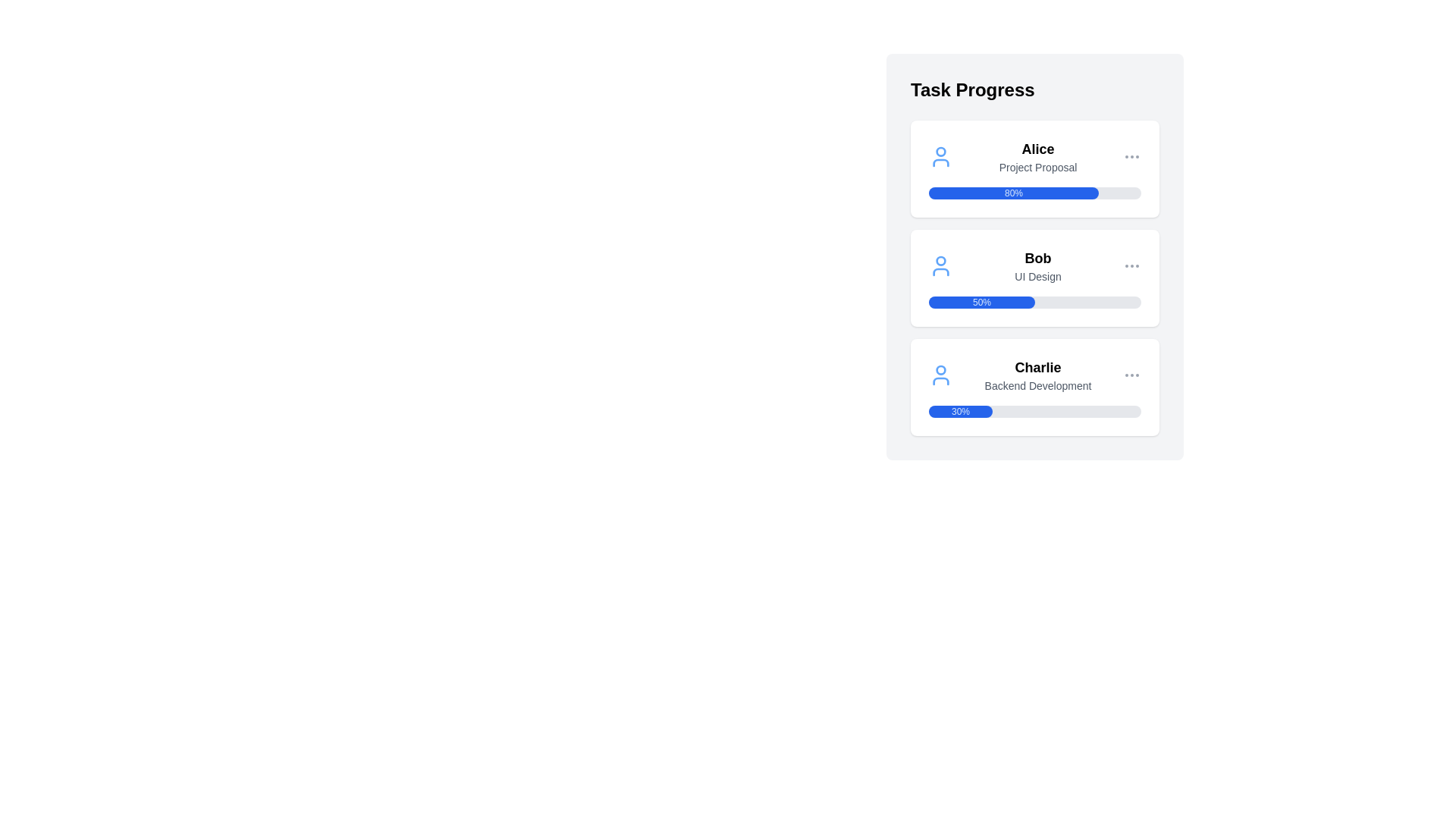  What do you see at coordinates (1131, 265) in the screenshot?
I see `the center dot of the Ellipsis icon, which is gray and located on the right side of the 'Bob UI Design' segment` at bounding box center [1131, 265].